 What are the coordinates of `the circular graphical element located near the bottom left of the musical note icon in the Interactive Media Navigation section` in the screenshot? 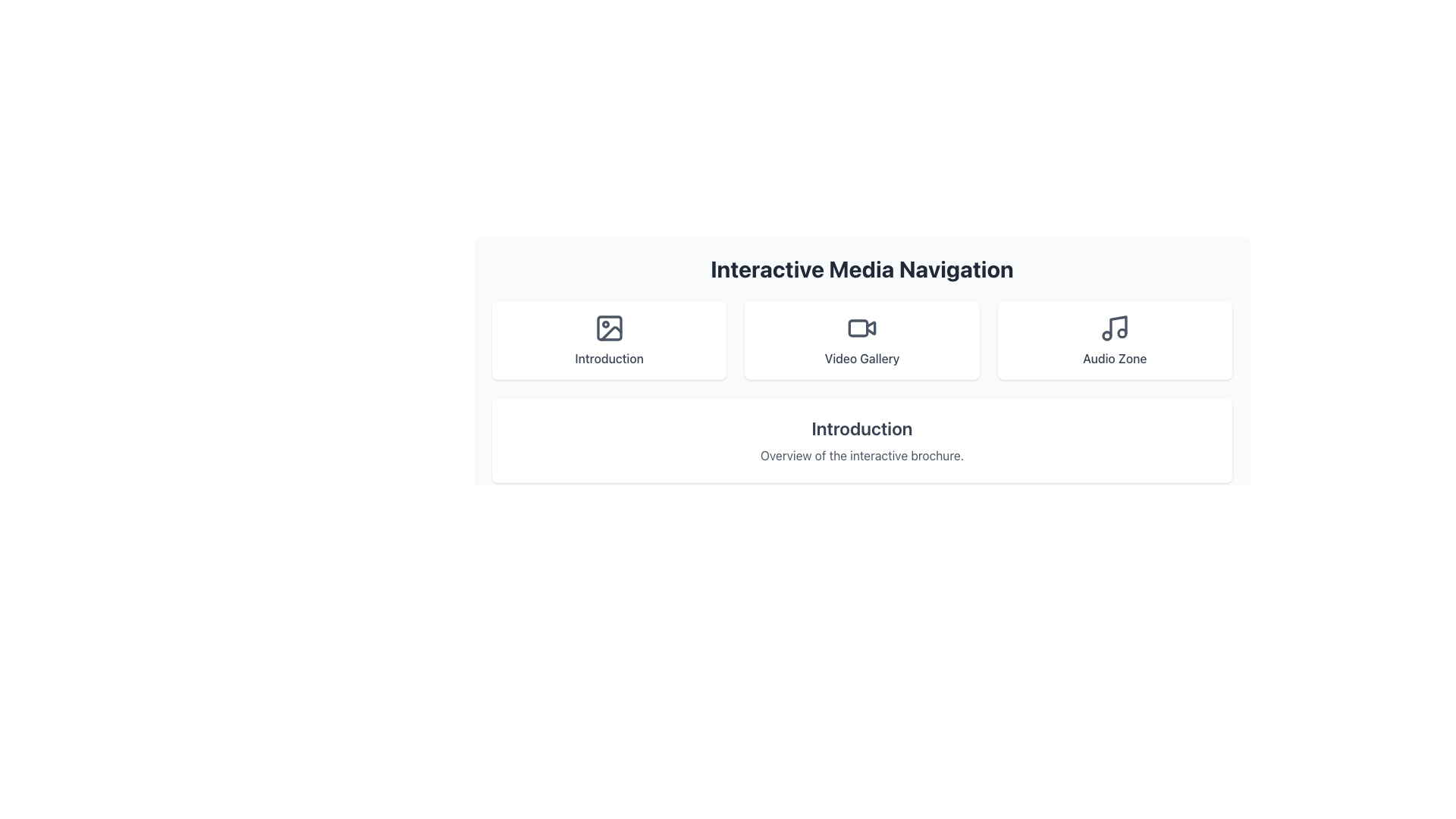 It's located at (1107, 335).